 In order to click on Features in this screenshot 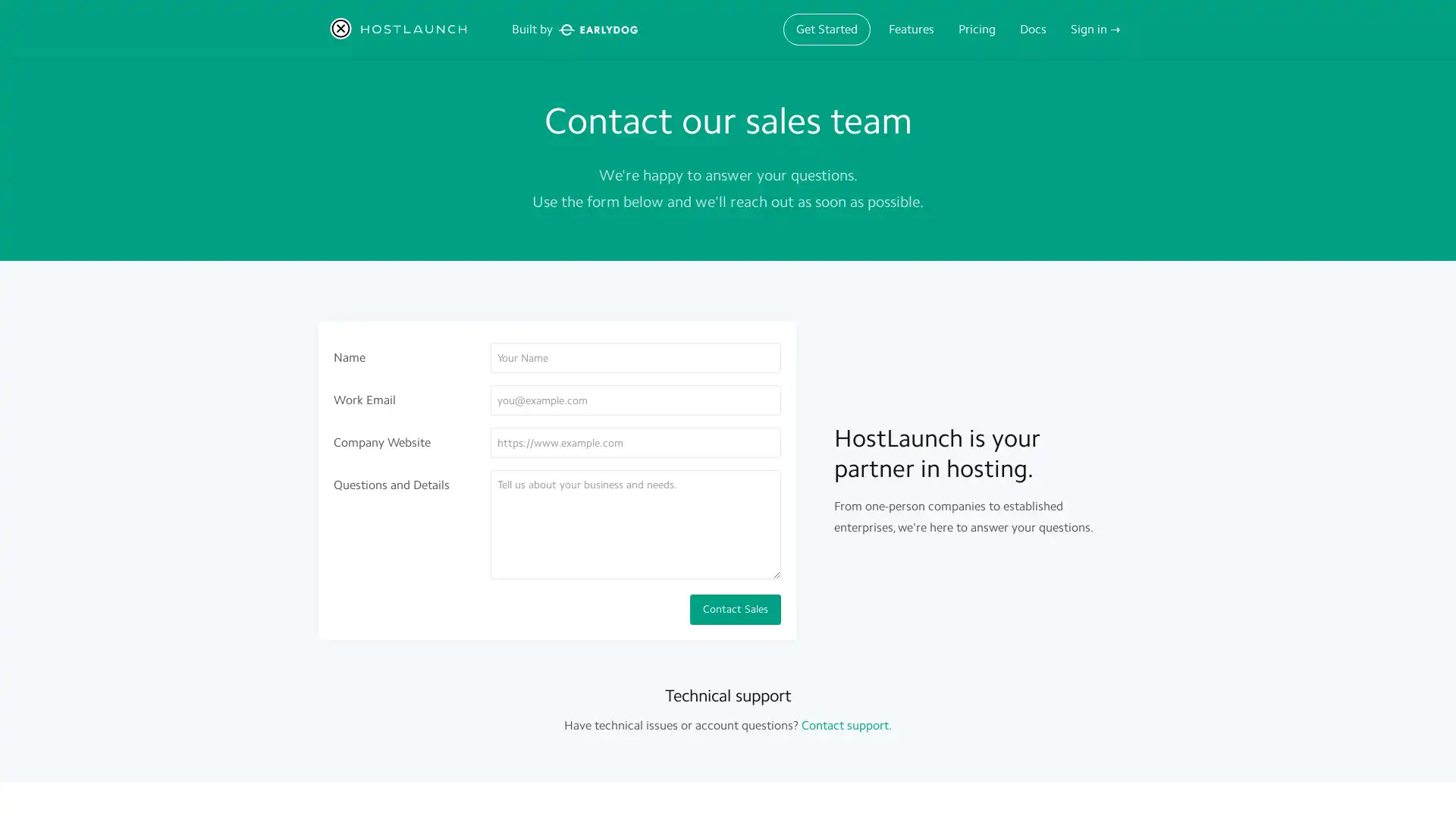, I will do `click(910, 29)`.